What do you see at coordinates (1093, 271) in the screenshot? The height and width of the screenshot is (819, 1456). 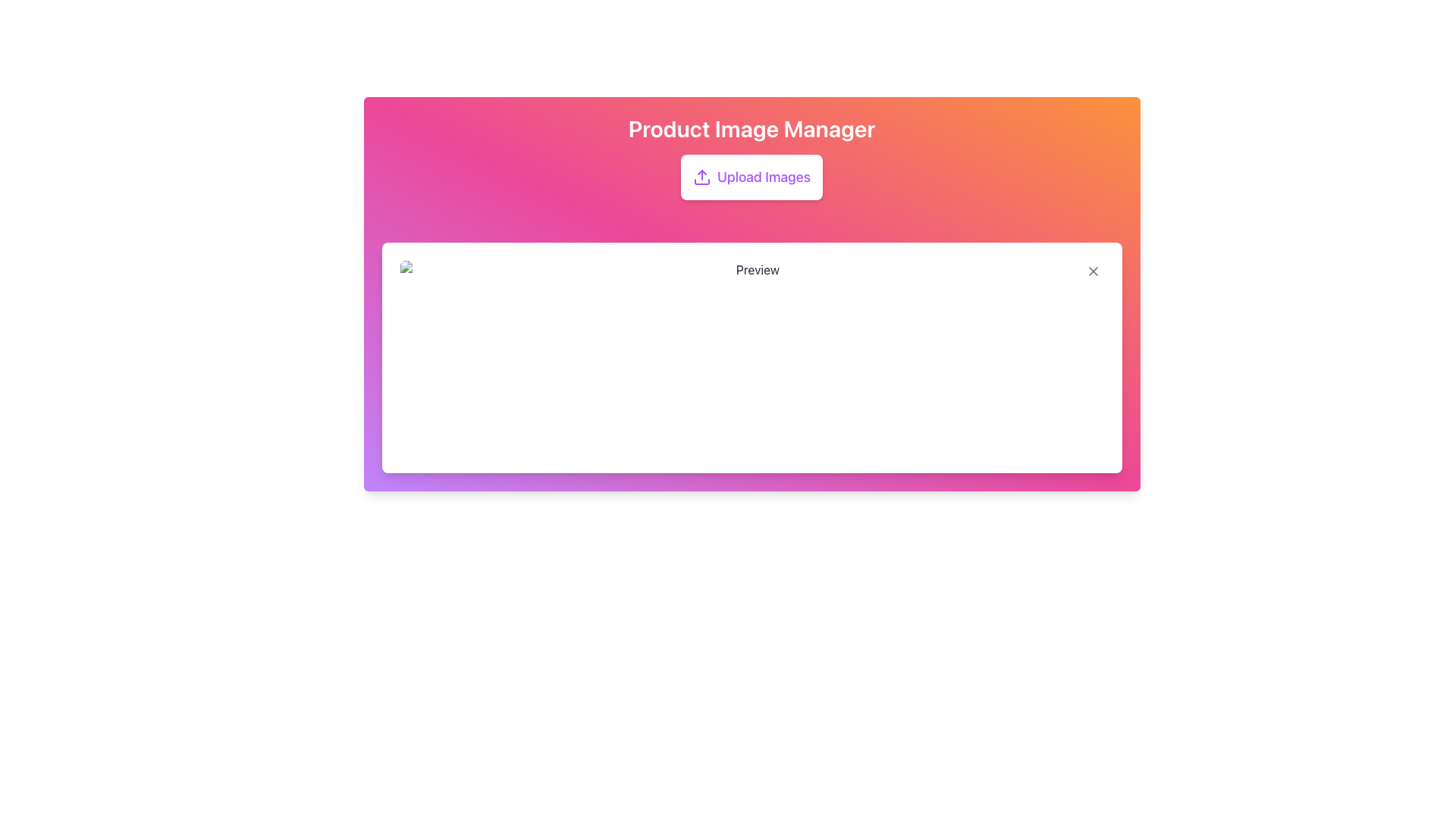 I see `the close icon, which is a minimalistic 'X' created with two diagonal lines, located in the top-right corner of the preview box` at bounding box center [1093, 271].